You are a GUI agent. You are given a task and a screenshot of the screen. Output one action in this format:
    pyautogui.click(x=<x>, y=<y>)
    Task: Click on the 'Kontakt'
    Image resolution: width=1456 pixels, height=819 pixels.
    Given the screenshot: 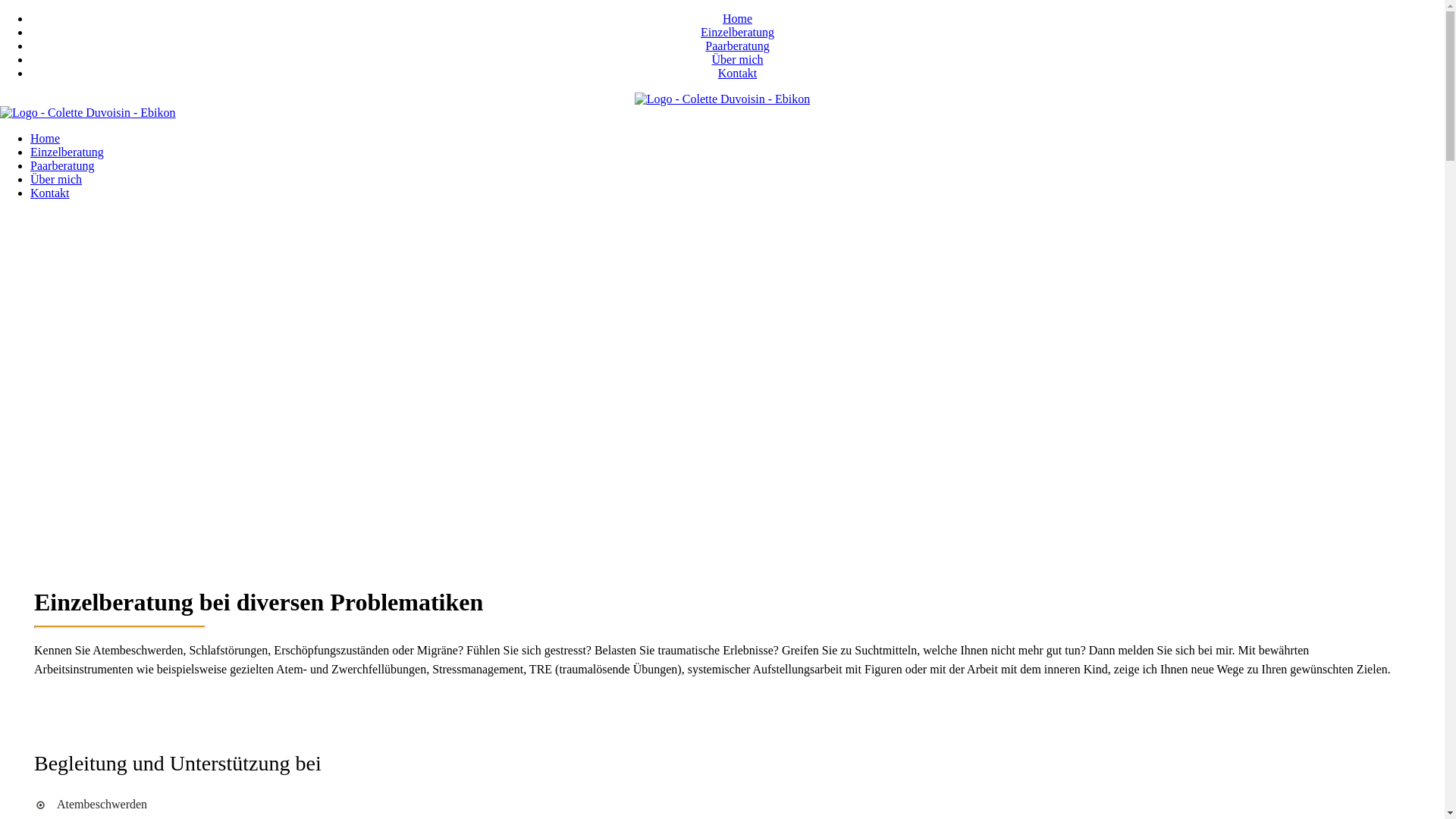 What is the action you would take?
    pyautogui.click(x=50, y=192)
    